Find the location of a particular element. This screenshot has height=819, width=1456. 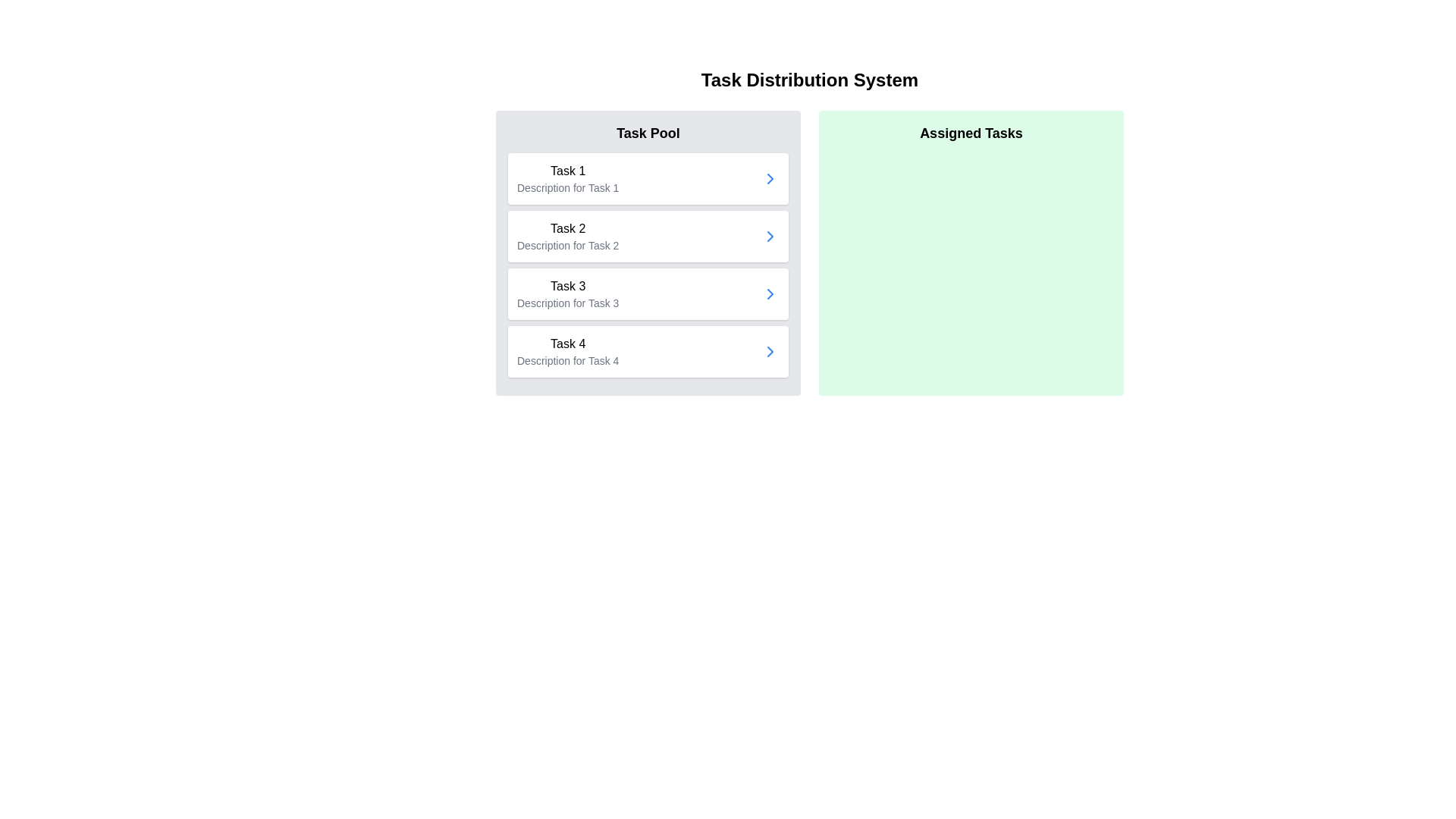

text label 'Task 3' located in the first line of the third task panel within the 'Task Pool' section is located at coordinates (567, 287).